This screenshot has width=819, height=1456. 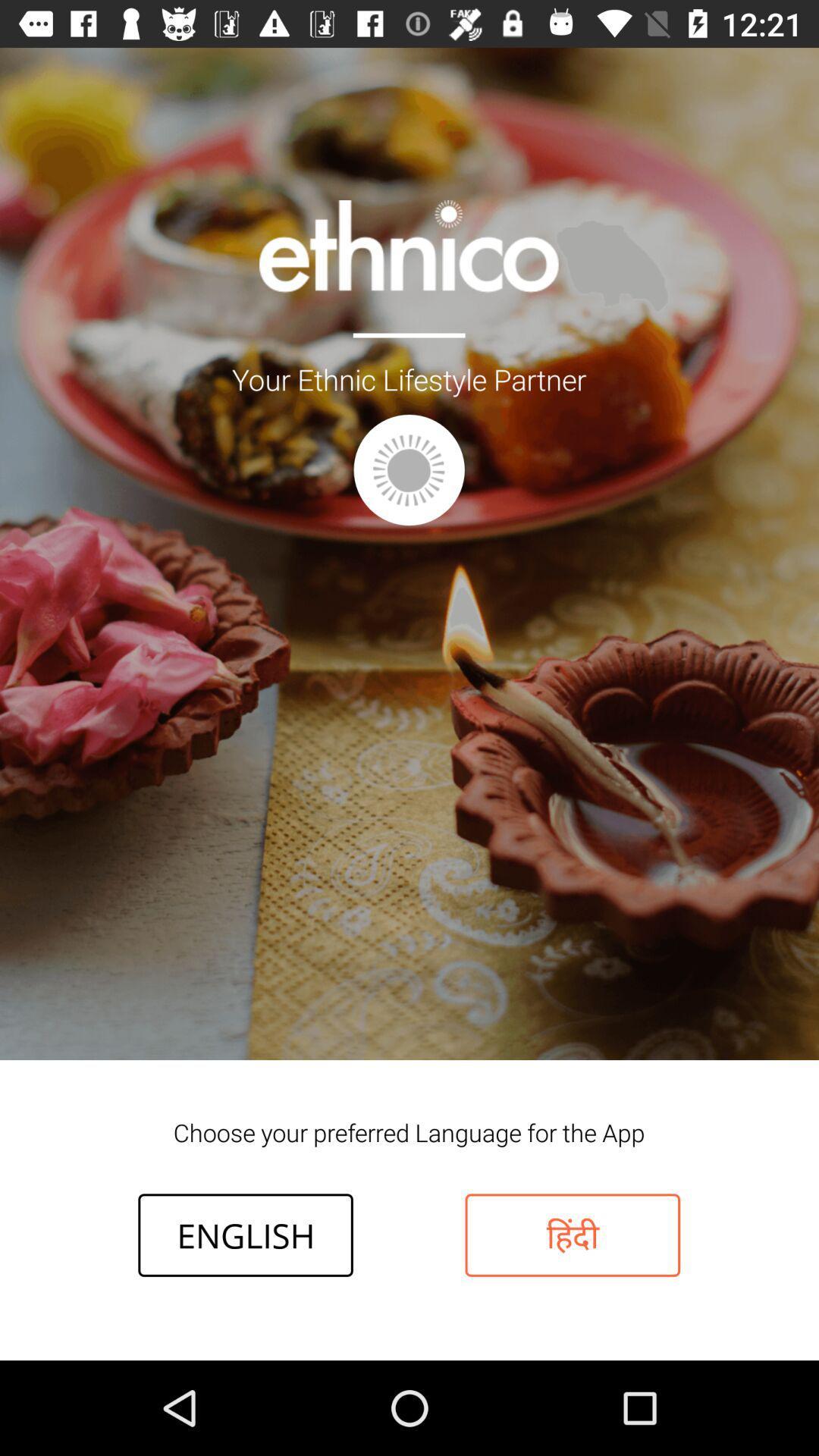 What do you see at coordinates (245, 1235) in the screenshot?
I see `the english icon` at bounding box center [245, 1235].